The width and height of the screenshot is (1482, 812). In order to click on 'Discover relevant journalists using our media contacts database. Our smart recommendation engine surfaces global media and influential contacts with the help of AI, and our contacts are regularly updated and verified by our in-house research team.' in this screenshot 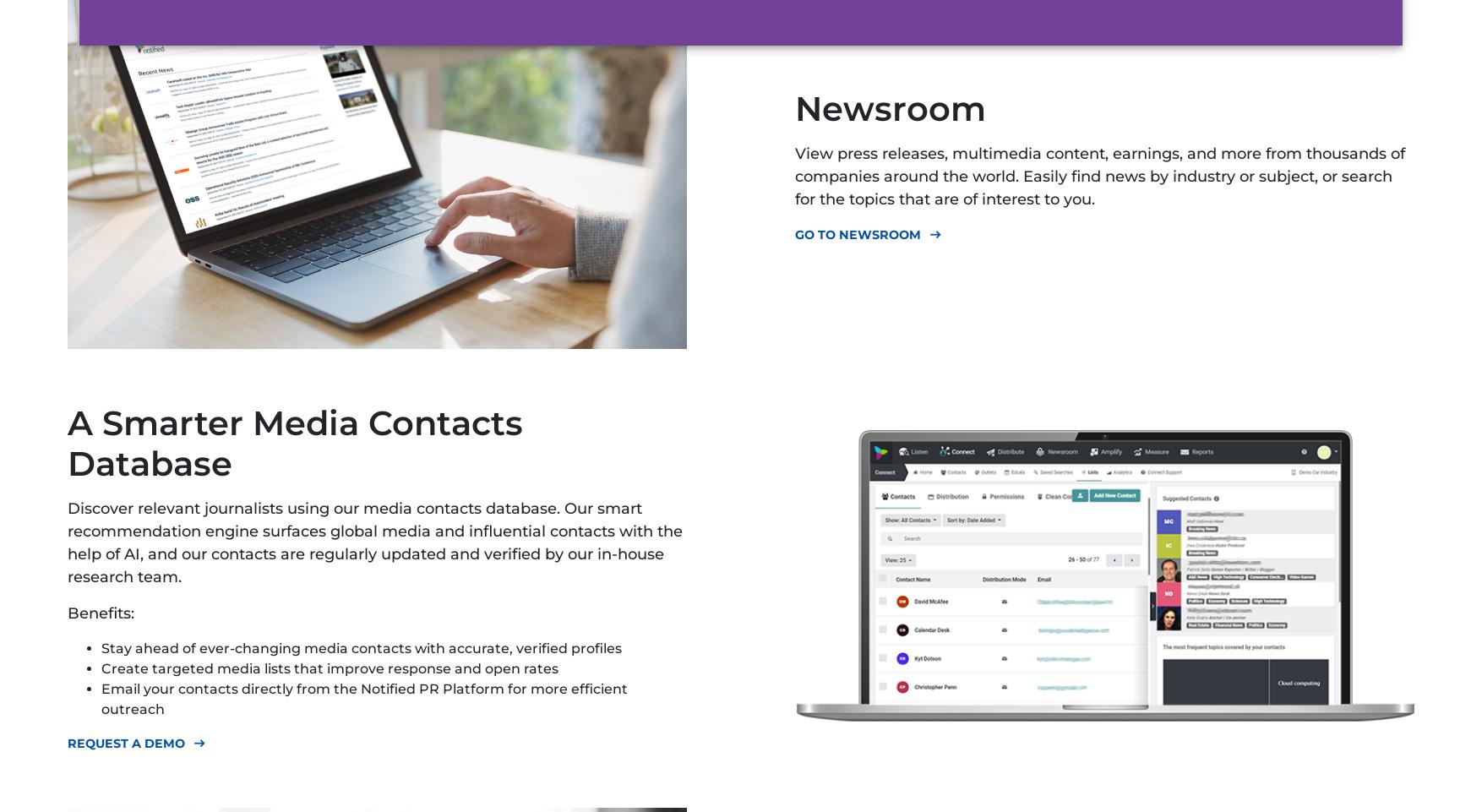, I will do `click(373, 542)`.